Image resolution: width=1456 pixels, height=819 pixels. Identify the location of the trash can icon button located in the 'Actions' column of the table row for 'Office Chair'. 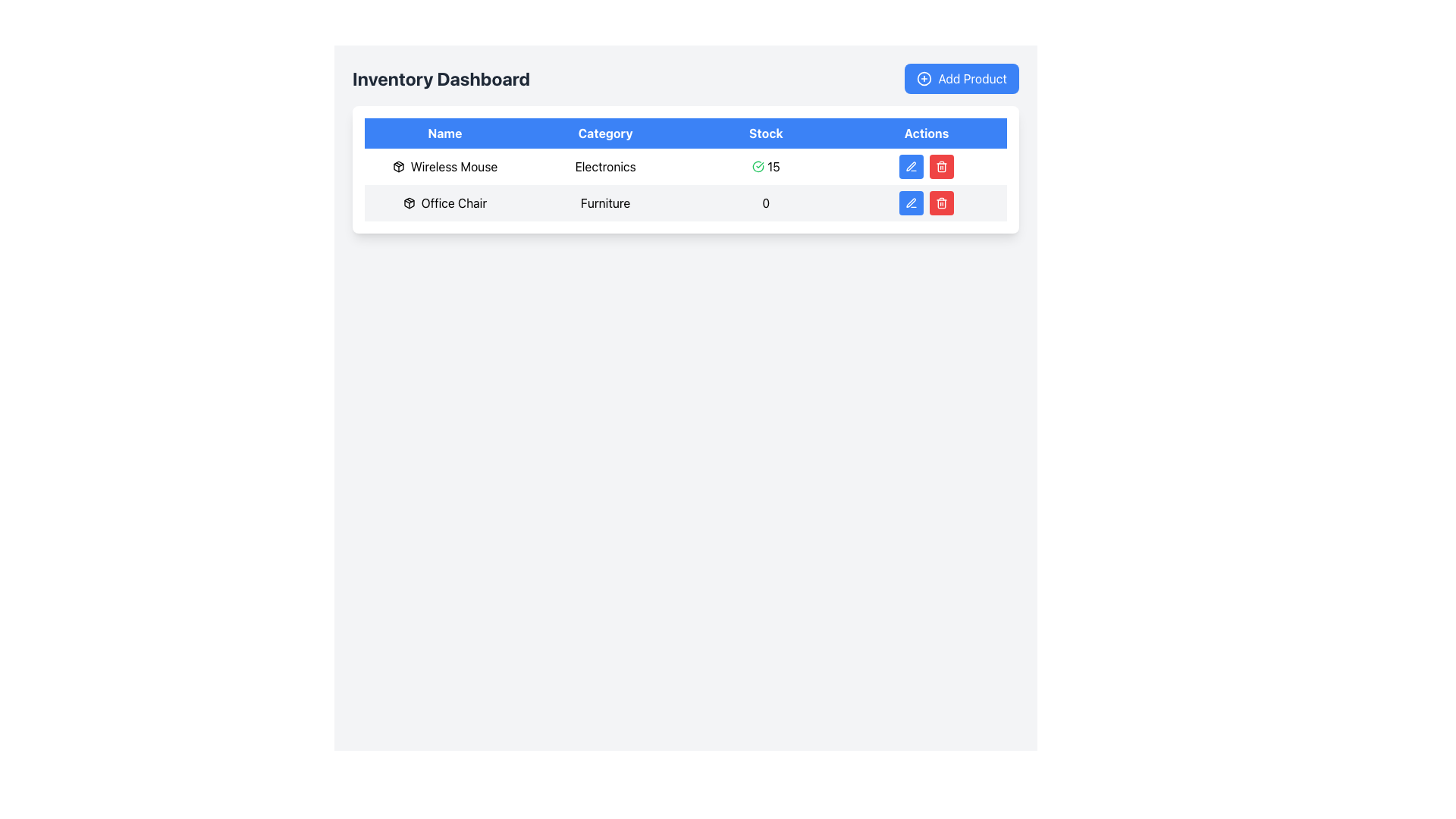
(941, 166).